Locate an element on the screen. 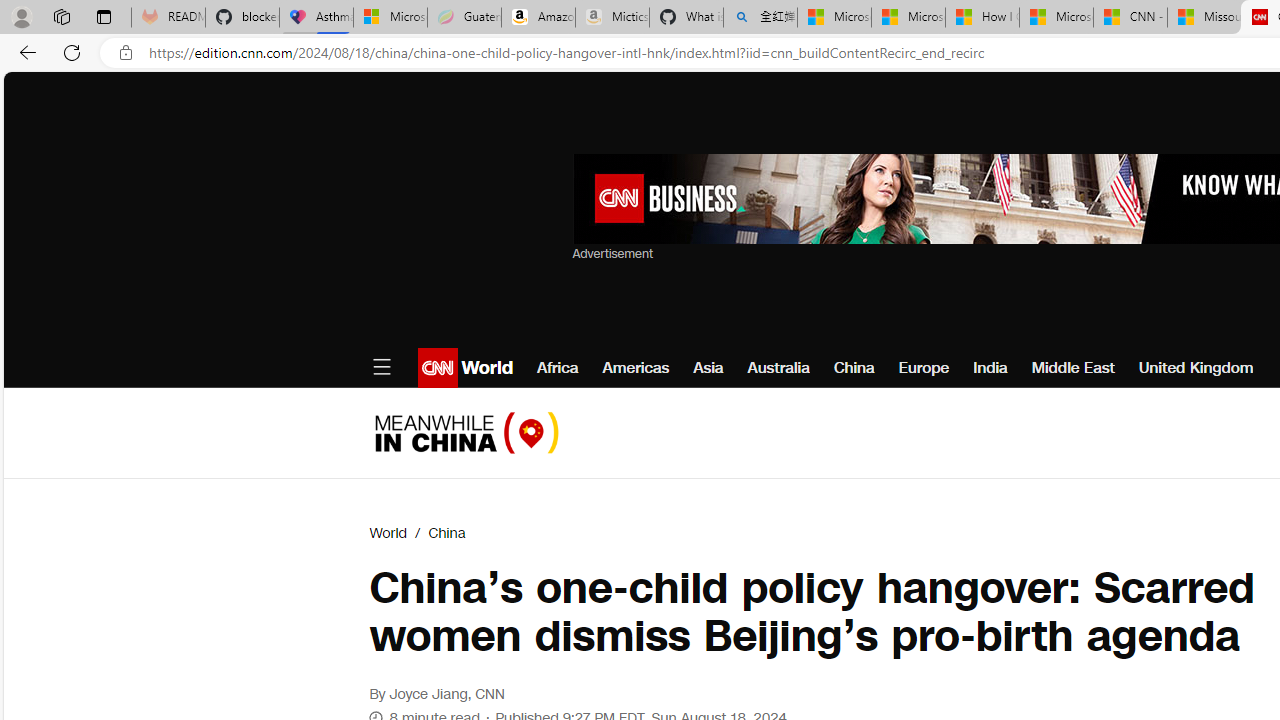 This screenshot has height=720, width=1280. 'India' is located at coordinates (990, 367).